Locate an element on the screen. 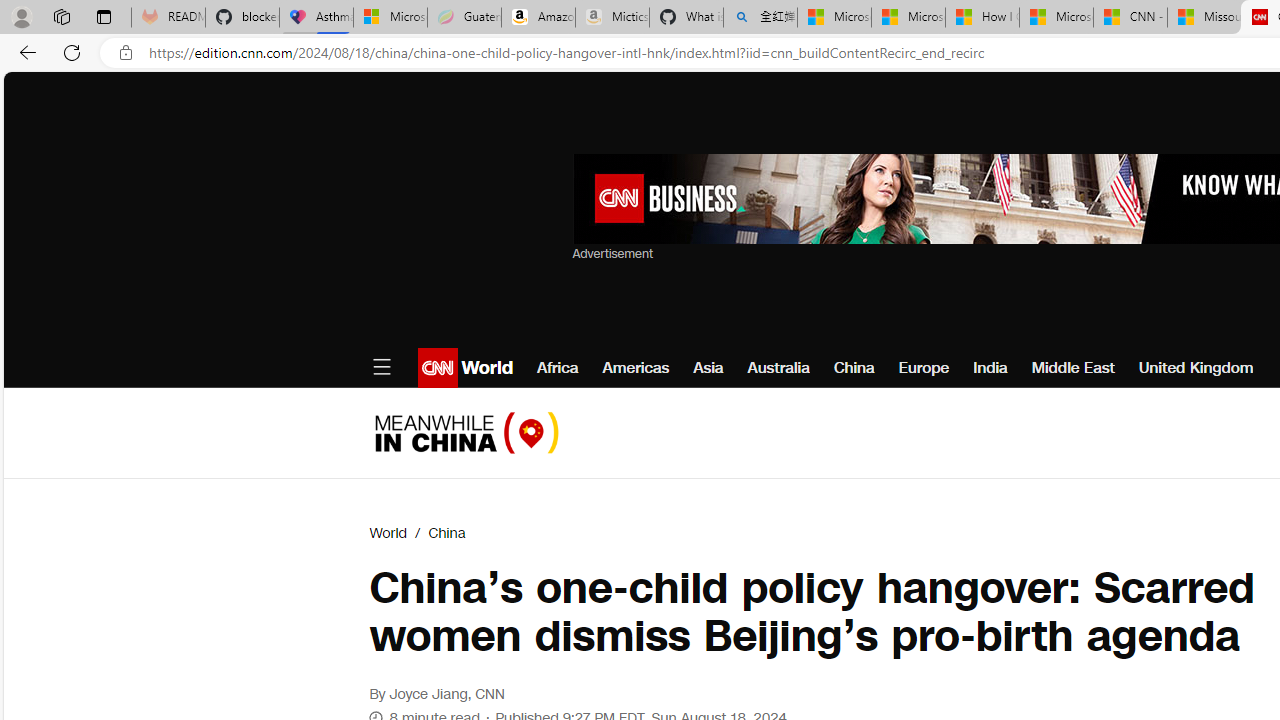 This screenshot has height=720, width=1280. 'India' is located at coordinates (990, 367).